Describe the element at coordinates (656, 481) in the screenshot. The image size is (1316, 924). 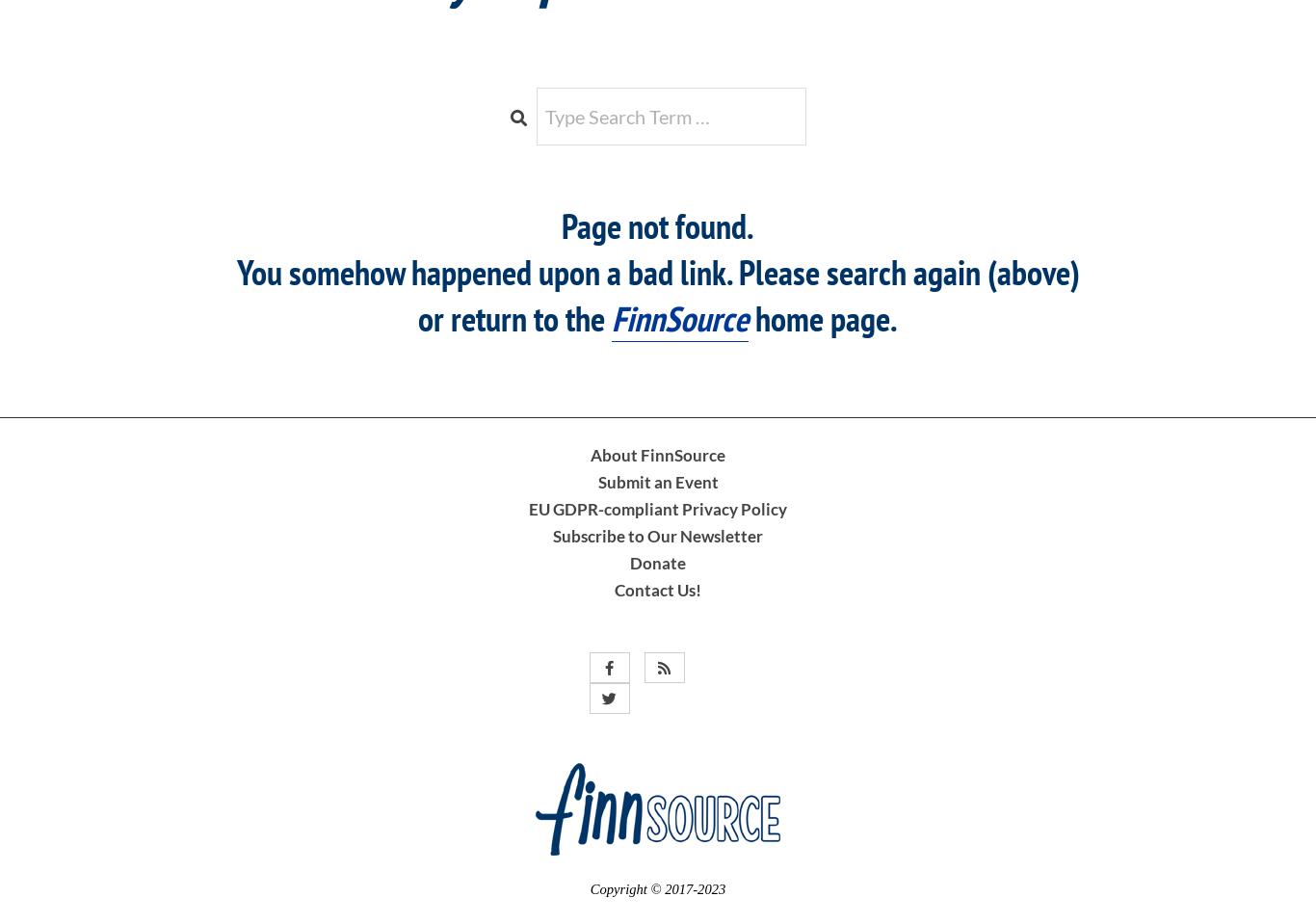
I see `'Submit an Event'` at that location.